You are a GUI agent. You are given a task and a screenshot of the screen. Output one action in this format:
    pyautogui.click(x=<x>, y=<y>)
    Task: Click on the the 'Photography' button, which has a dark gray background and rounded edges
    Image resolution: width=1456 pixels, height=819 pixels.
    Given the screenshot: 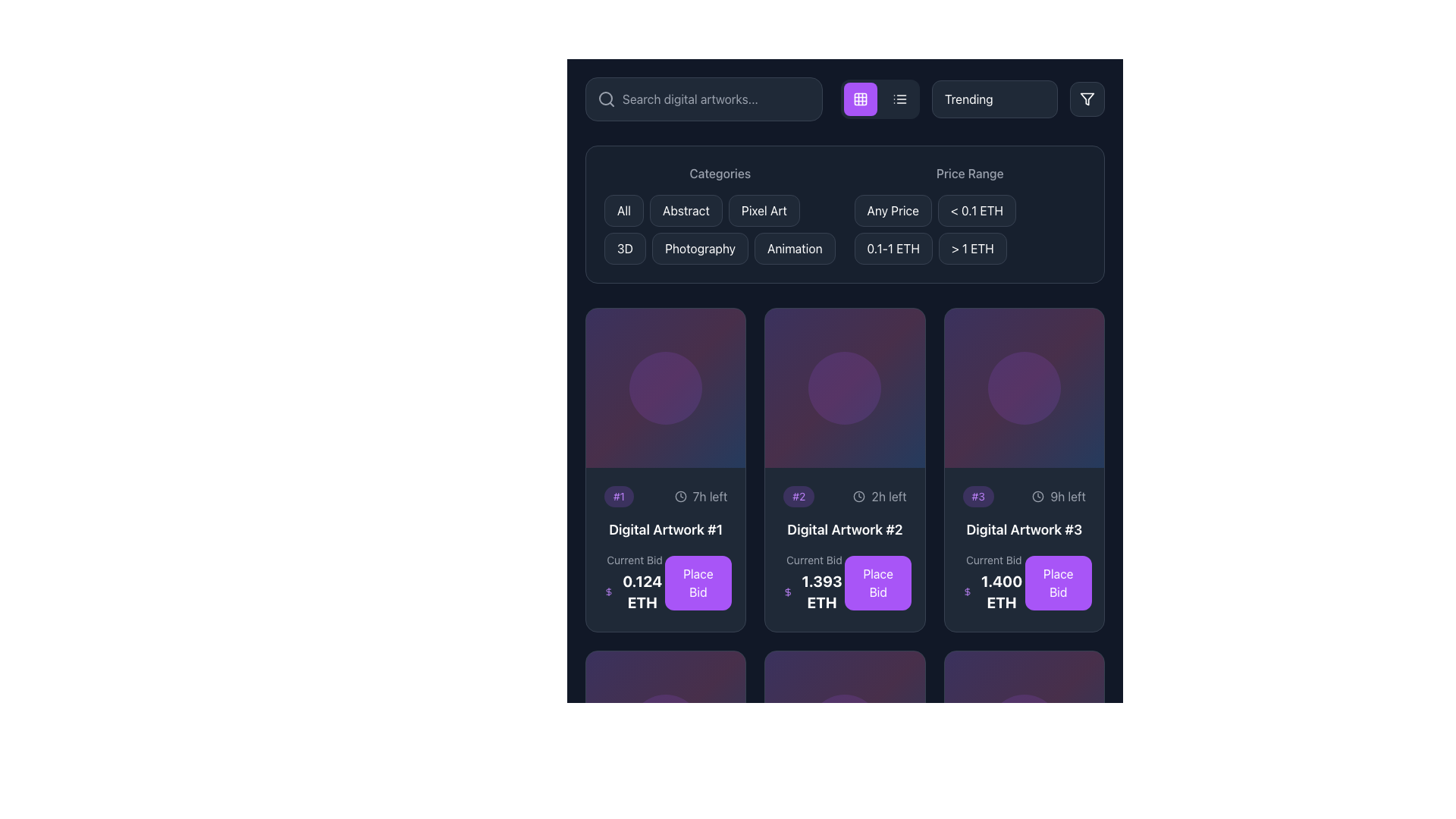 What is the action you would take?
    pyautogui.click(x=699, y=247)
    